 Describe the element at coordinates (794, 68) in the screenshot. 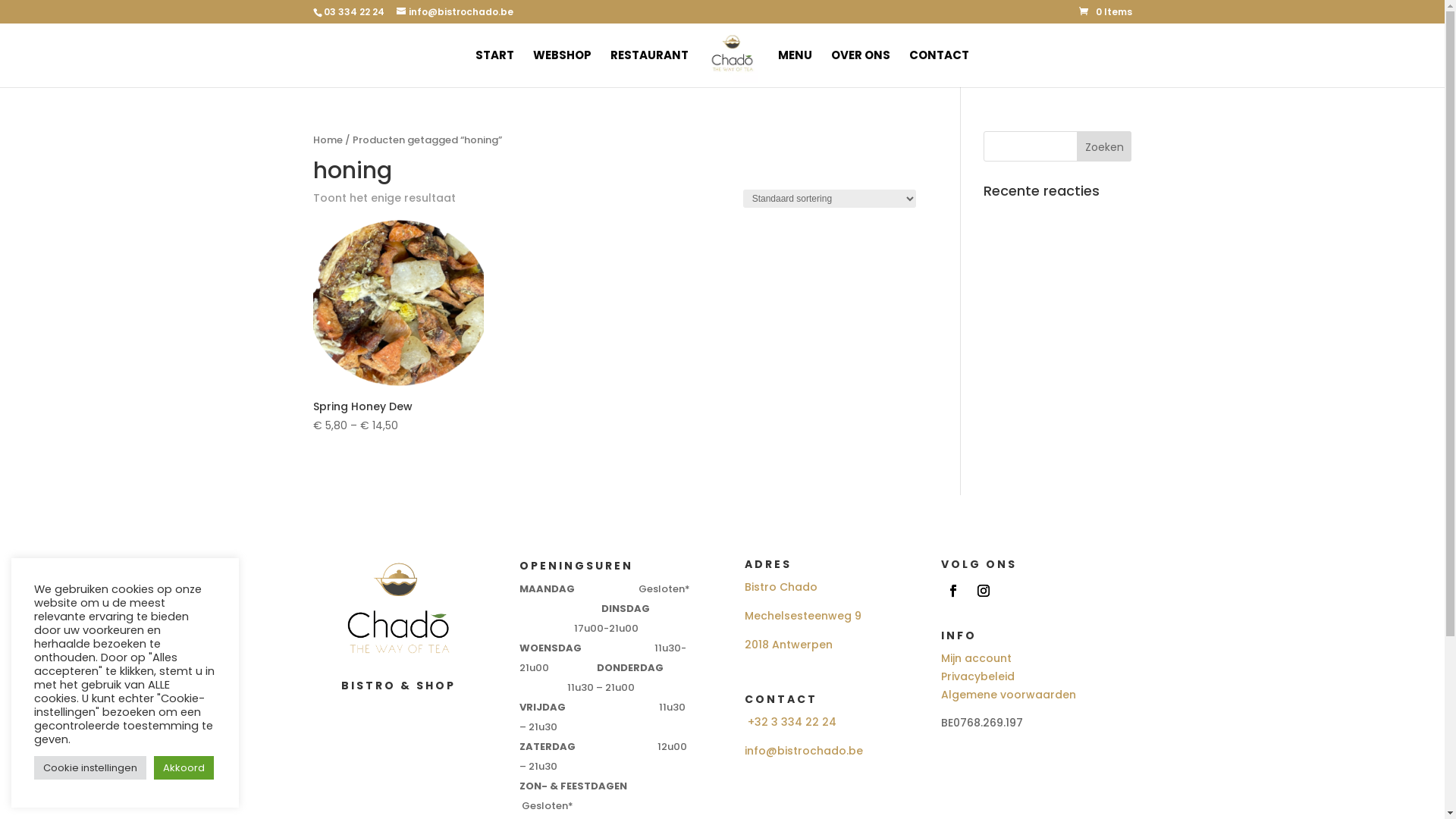

I see `'MENU'` at that location.